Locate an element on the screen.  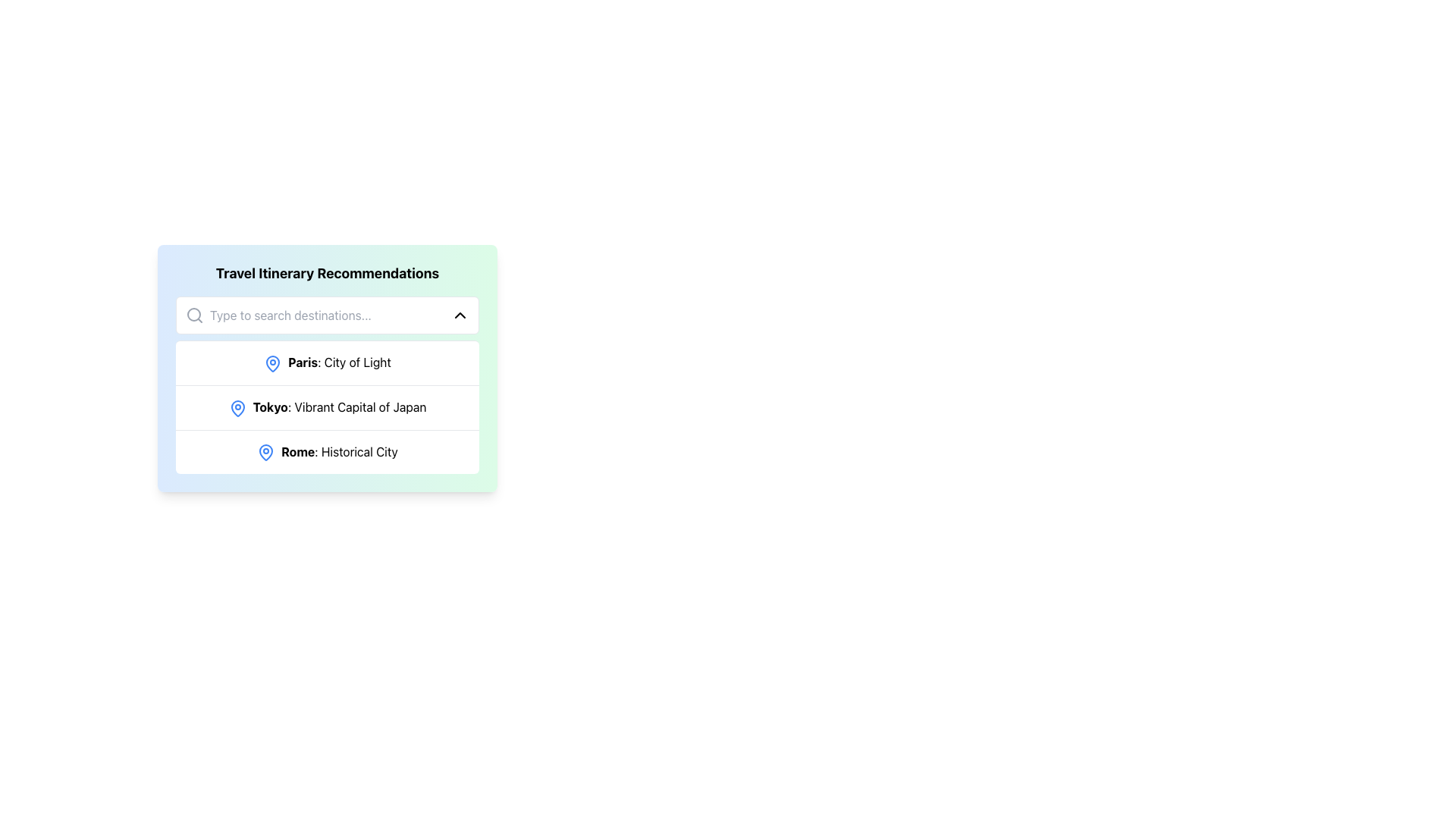
the bold text heading 'Travel Itinerary Recommendations' is located at coordinates (327, 274).